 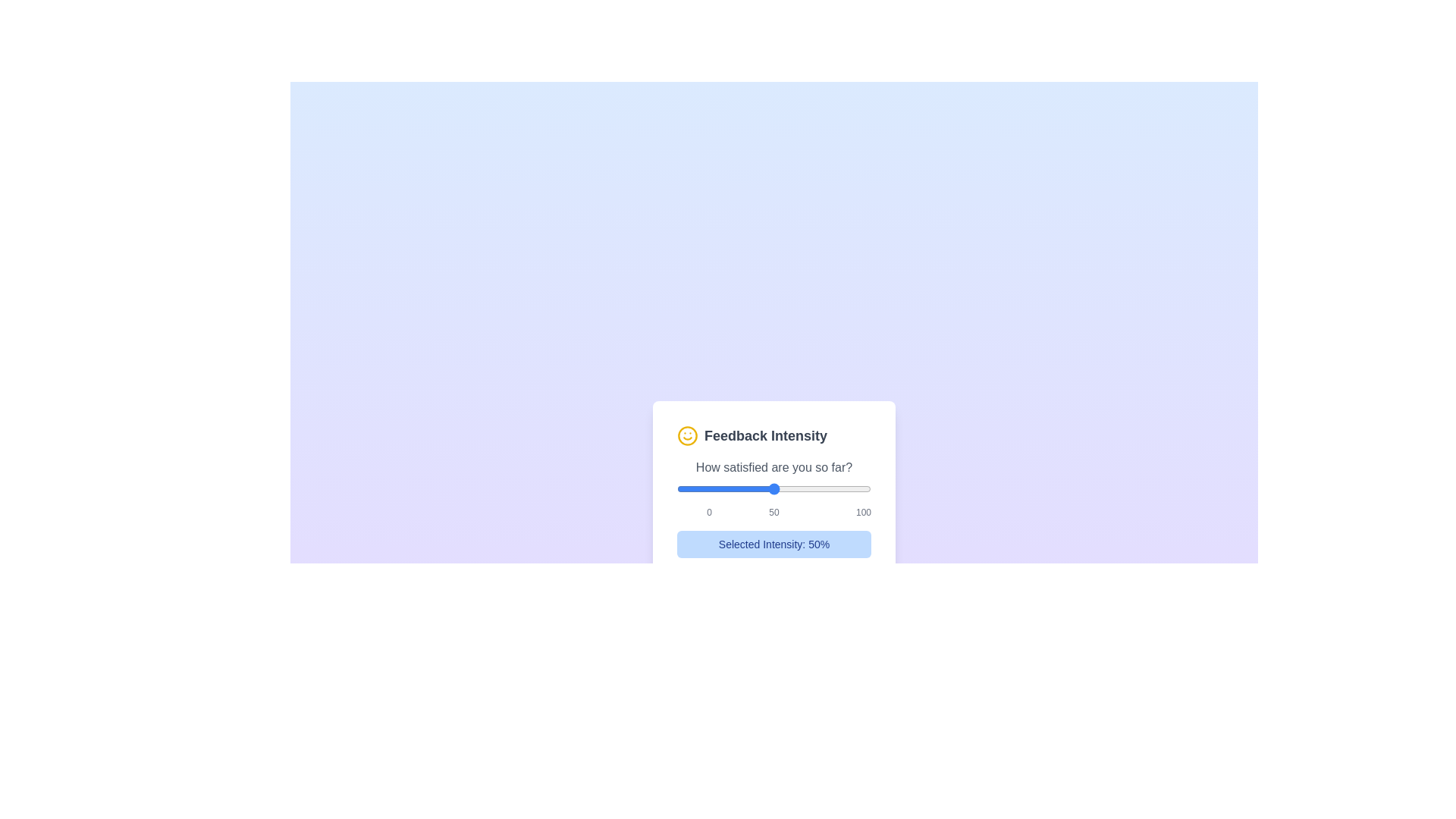 I want to click on the slider to set the satisfaction value to 84, so click(x=839, y=488).